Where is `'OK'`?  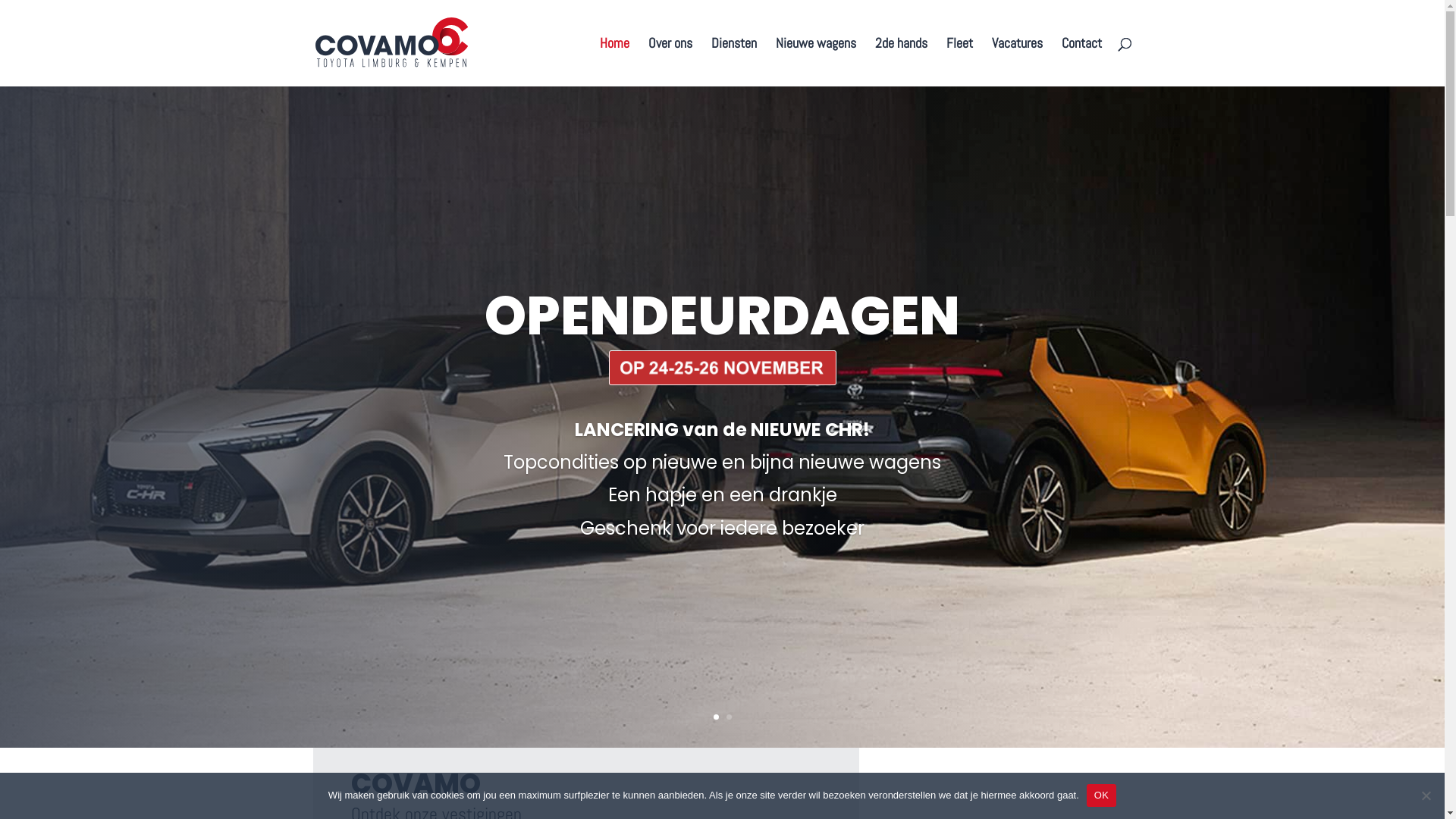
'OK' is located at coordinates (1101, 795).